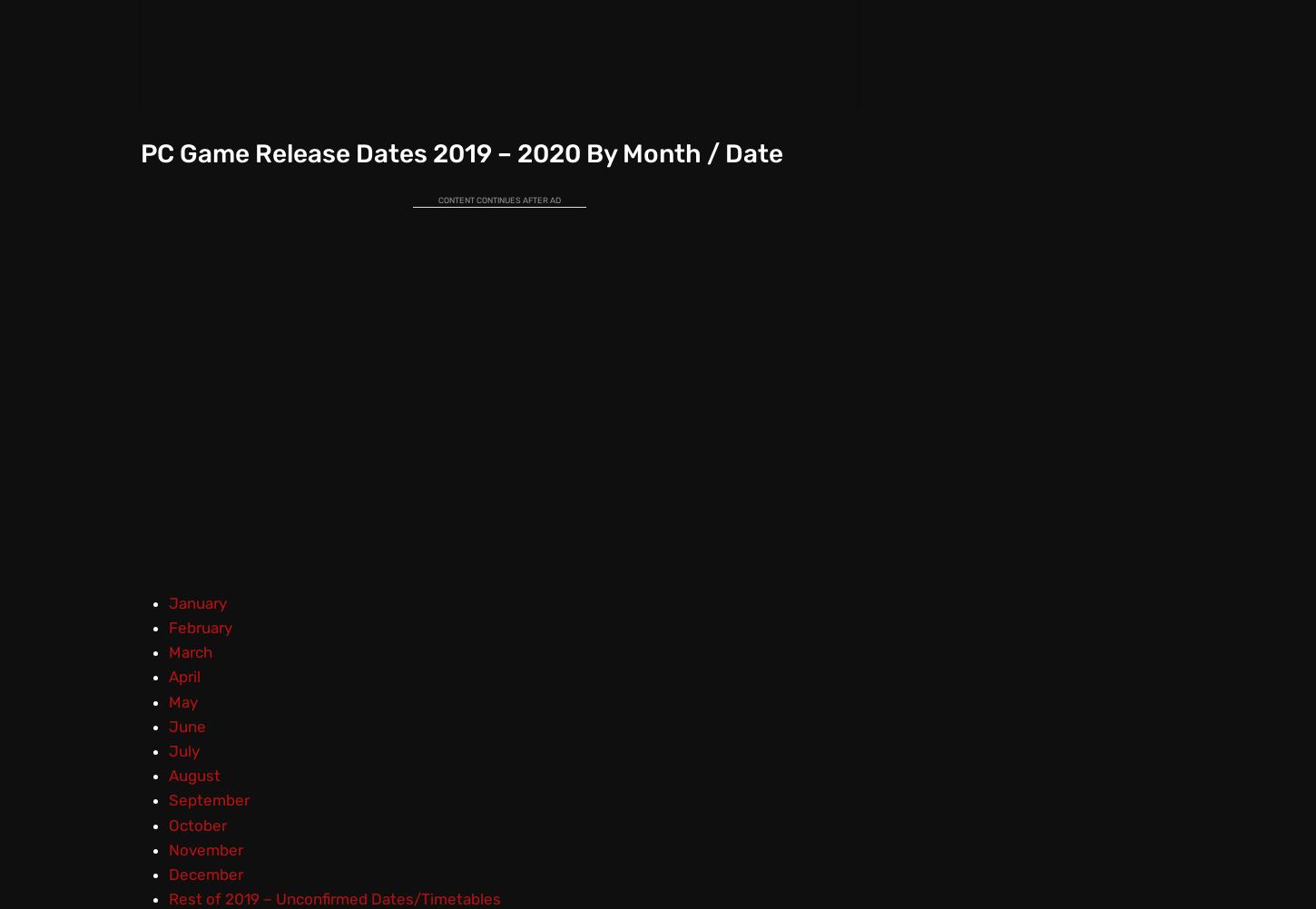 This screenshot has width=1316, height=909. Describe the element at coordinates (192, 776) in the screenshot. I see `'August'` at that location.